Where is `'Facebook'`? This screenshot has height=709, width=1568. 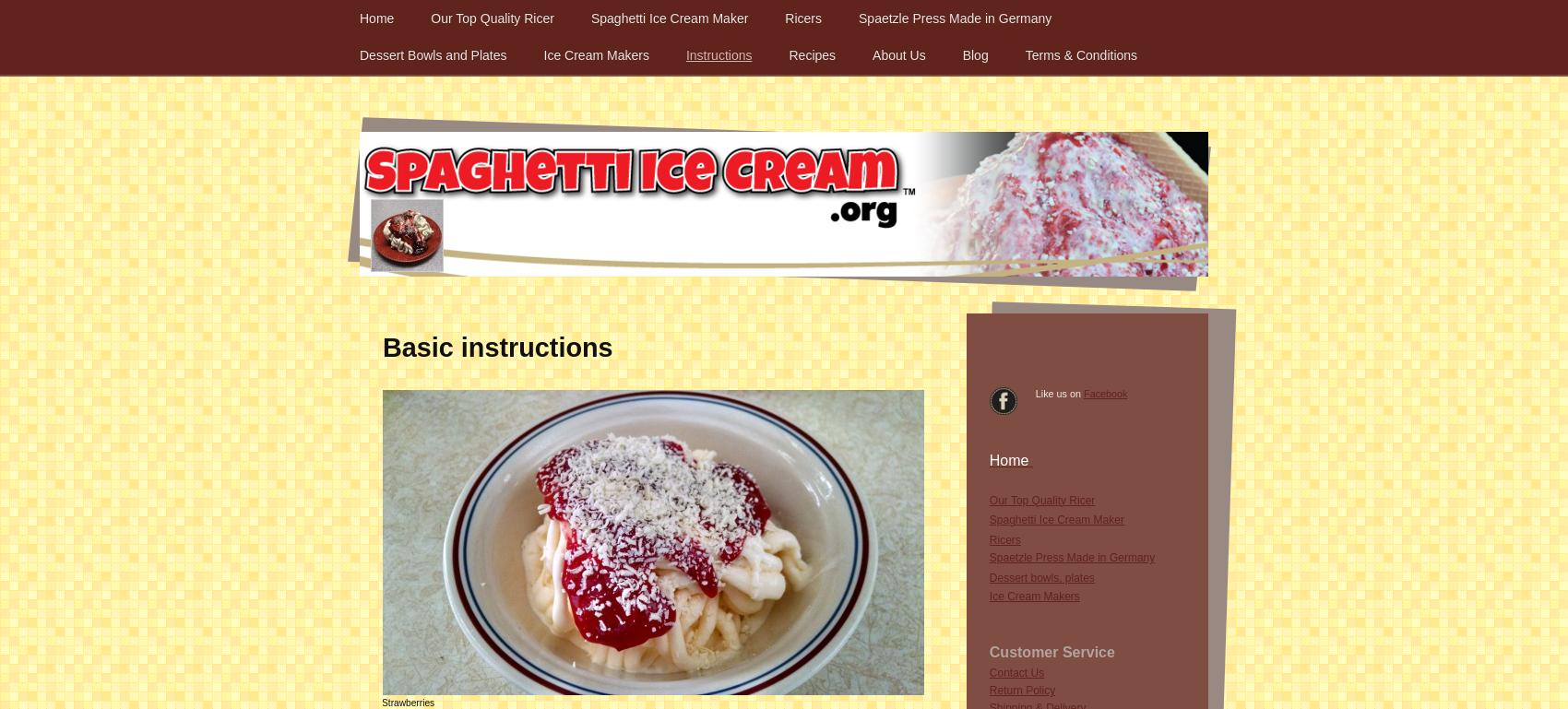 'Facebook' is located at coordinates (1083, 392).